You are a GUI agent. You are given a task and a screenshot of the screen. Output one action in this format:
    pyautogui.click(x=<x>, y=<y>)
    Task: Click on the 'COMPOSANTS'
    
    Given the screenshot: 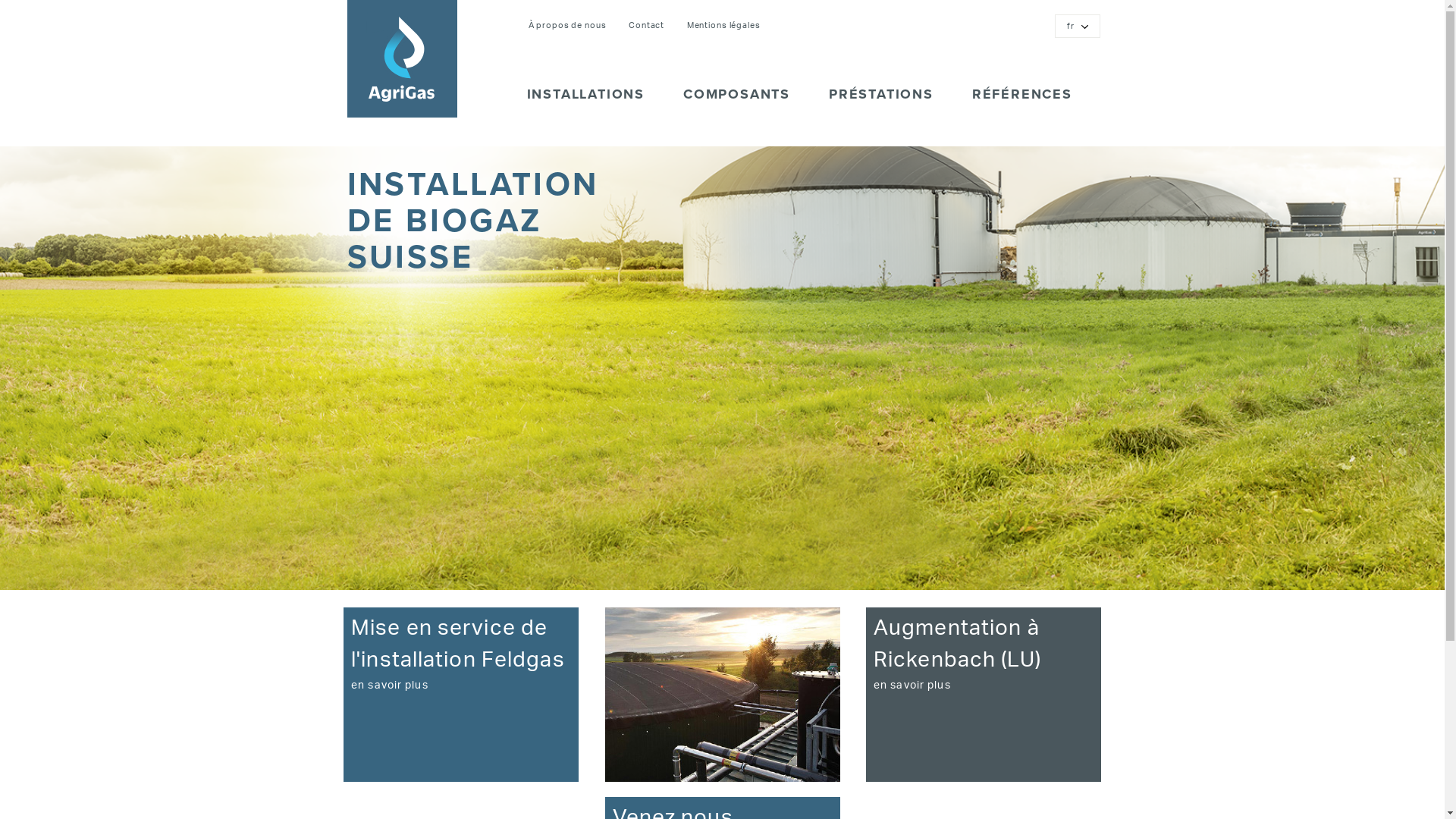 What is the action you would take?
    pyautogui.click(x=734, y=101)
    